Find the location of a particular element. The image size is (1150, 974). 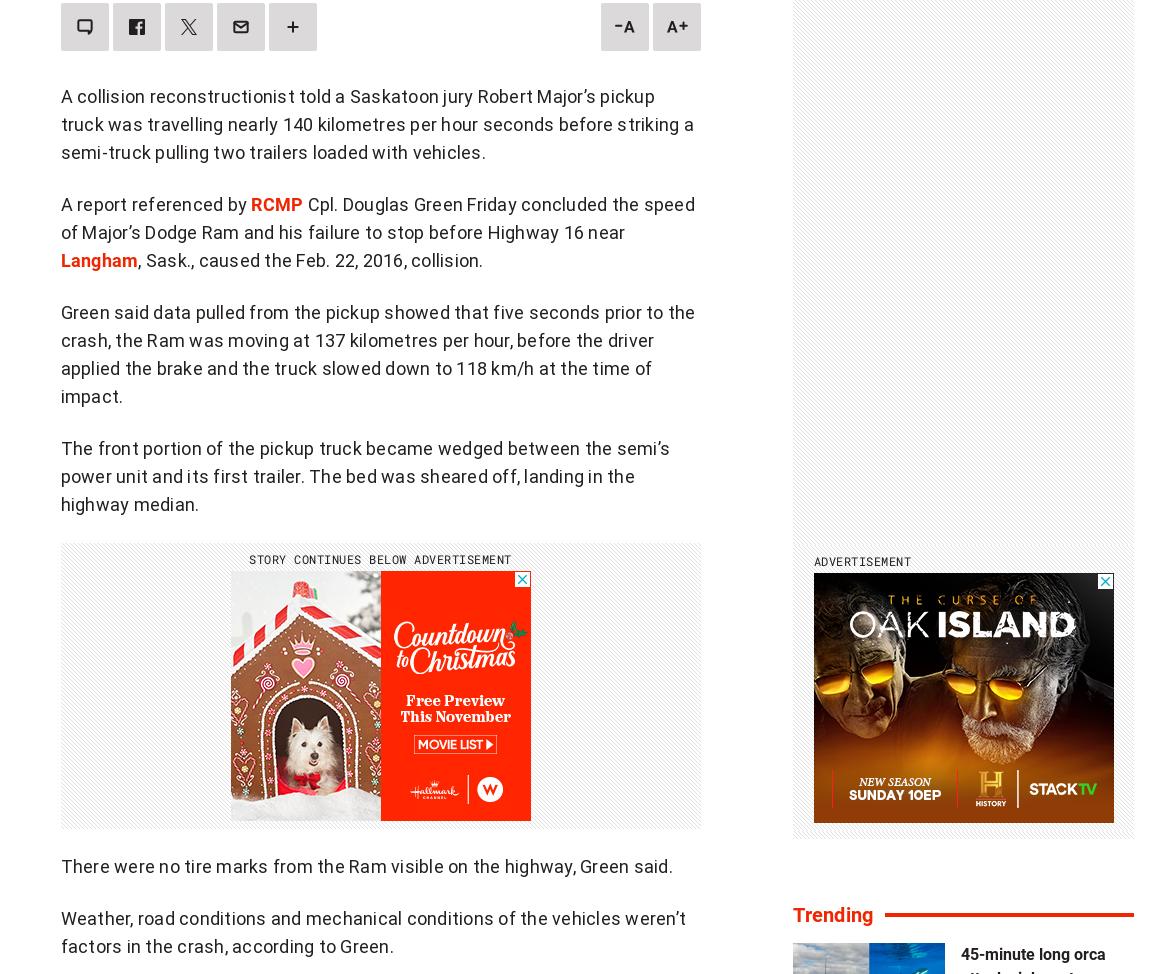

'Court also heard testimony from Scott Eckel, Major’s coworker who survived the crash, but doesn’t remember what happened.' is located at coordinates (375, 46).